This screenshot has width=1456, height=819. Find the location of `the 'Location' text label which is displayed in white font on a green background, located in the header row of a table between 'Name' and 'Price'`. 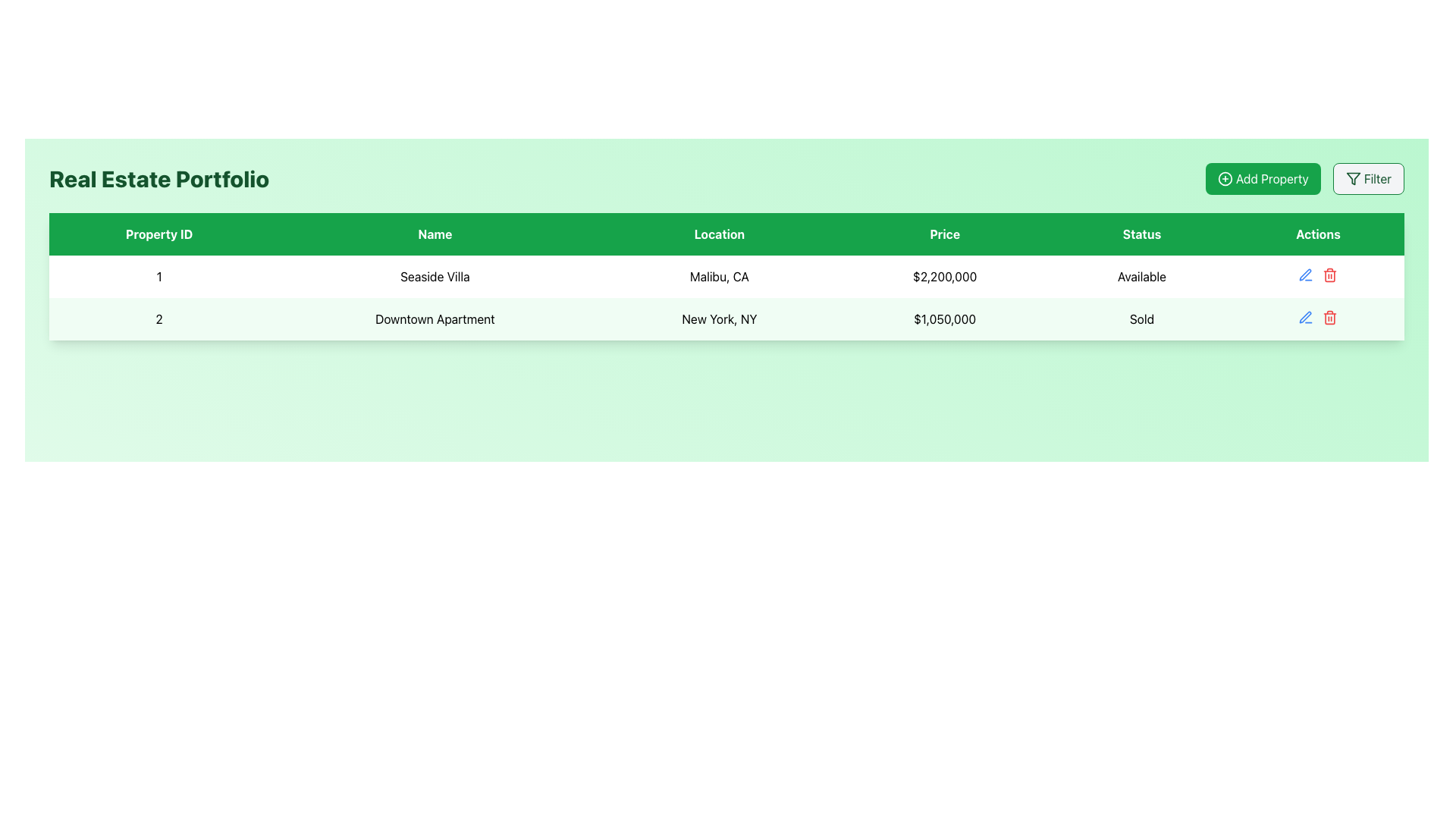

the 'Location' text label which is displayed in white font on a green background, located in the header row of a table between 'Name' and 'Price' is located at coordinates (719, 234).